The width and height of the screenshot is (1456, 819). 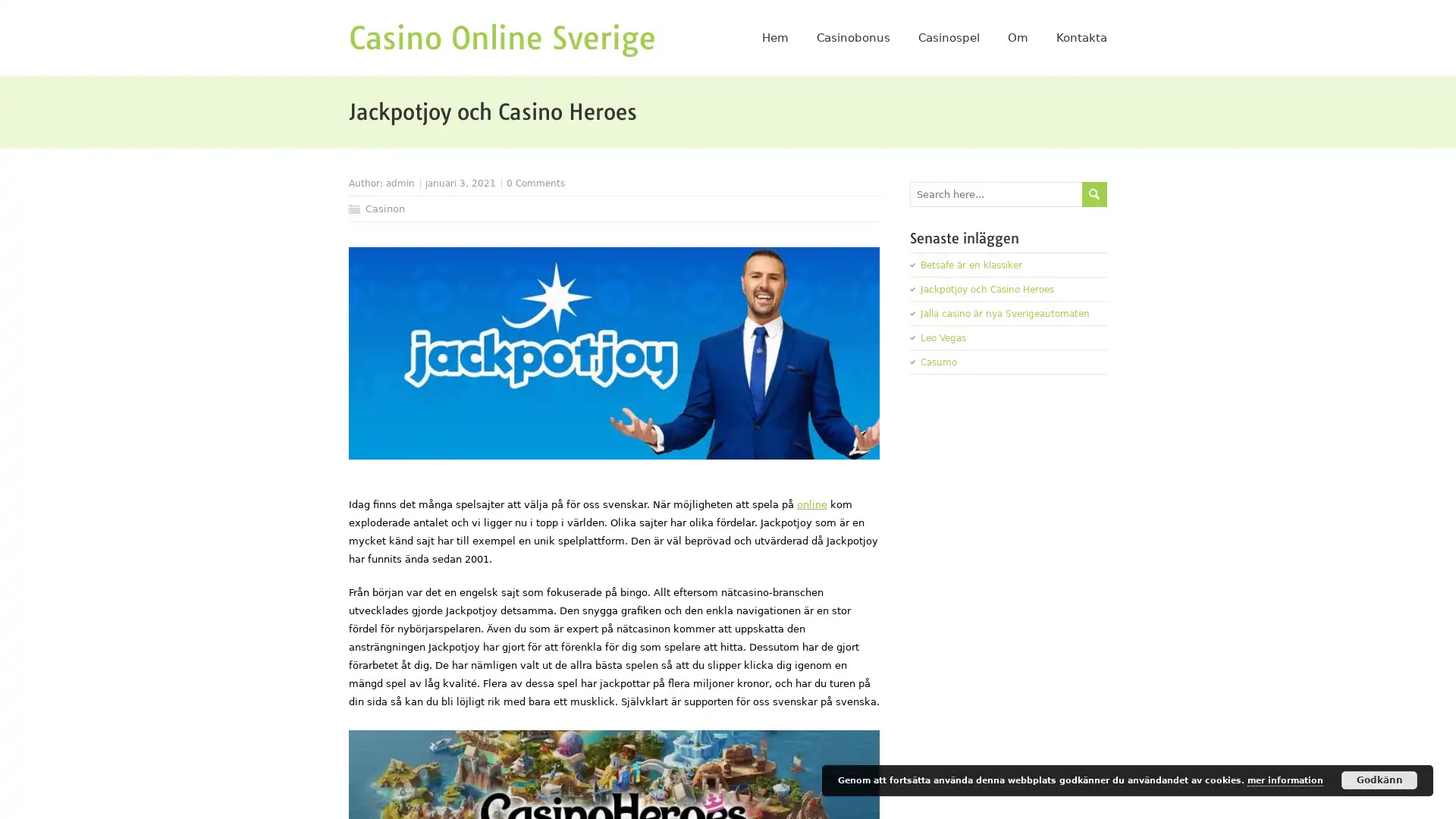 What do you see at coordinates (1094, 193) in the screenshot?
I see `send` at bounding box center [1094, 193].